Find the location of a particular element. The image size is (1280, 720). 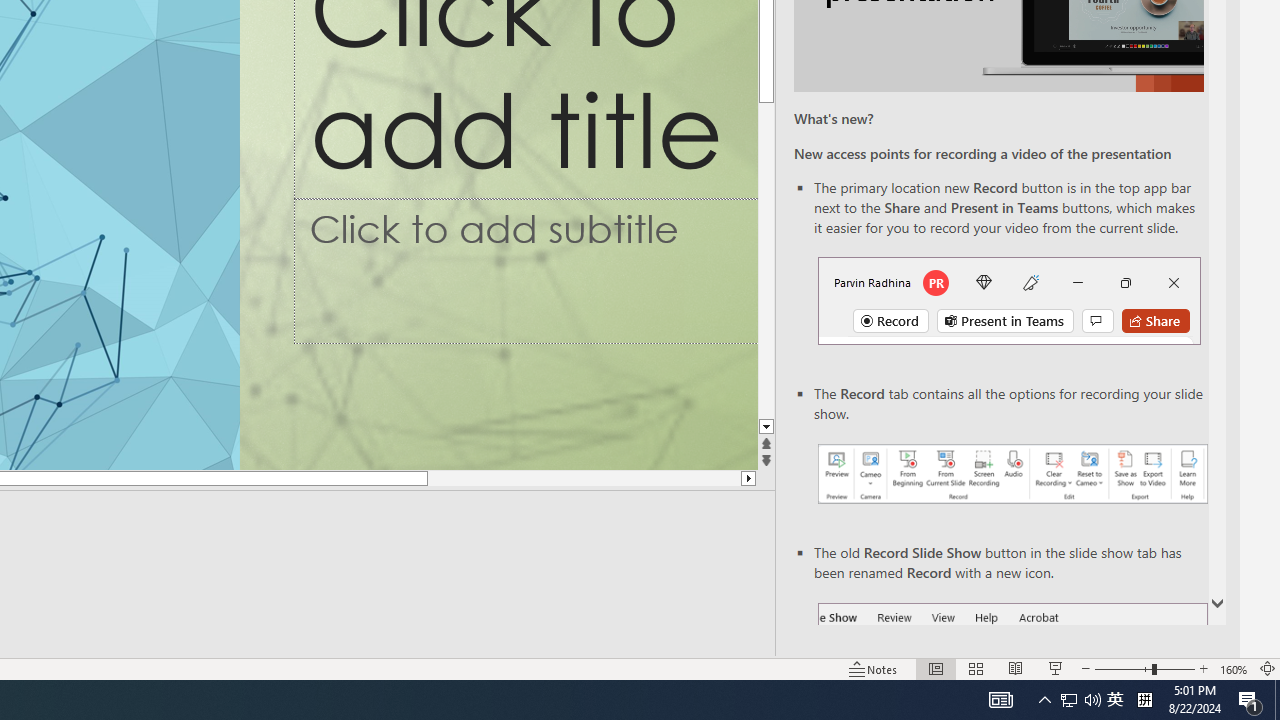

'Zoom 160%' is located at coordinates (1233, 669).